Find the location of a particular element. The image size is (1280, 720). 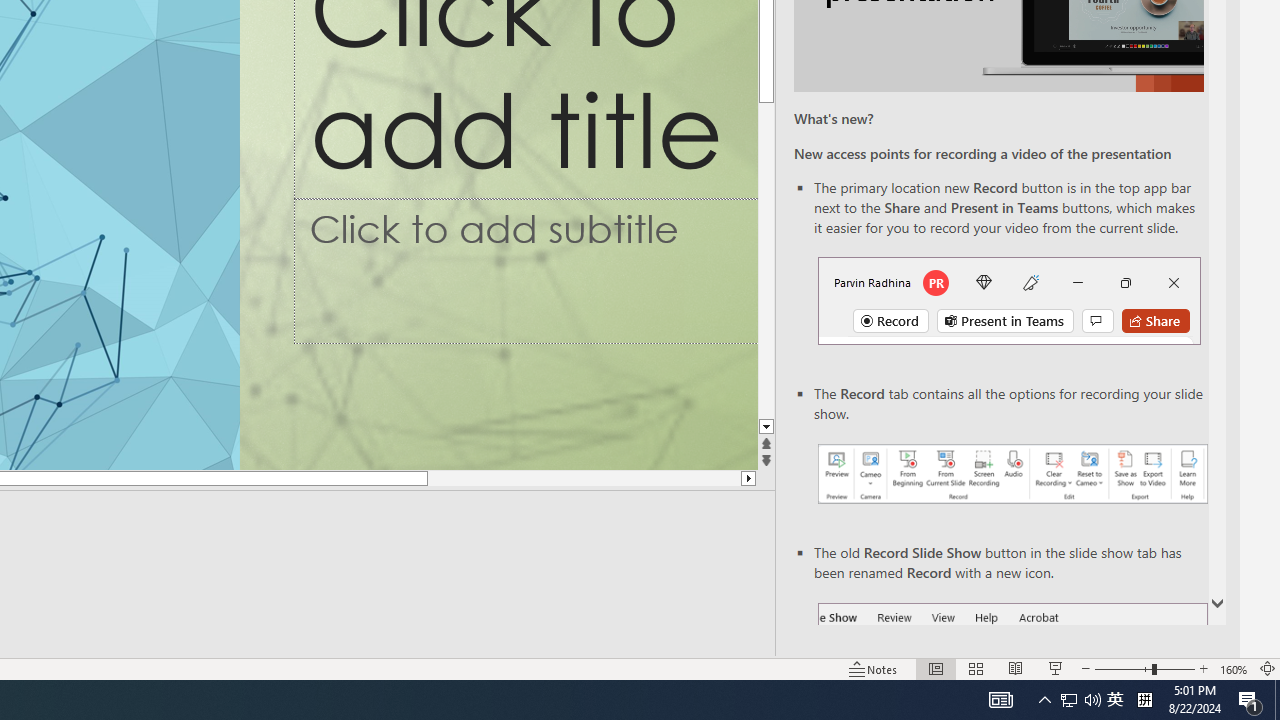

'Zoom 160%' is located at coordinates (1233, 669).